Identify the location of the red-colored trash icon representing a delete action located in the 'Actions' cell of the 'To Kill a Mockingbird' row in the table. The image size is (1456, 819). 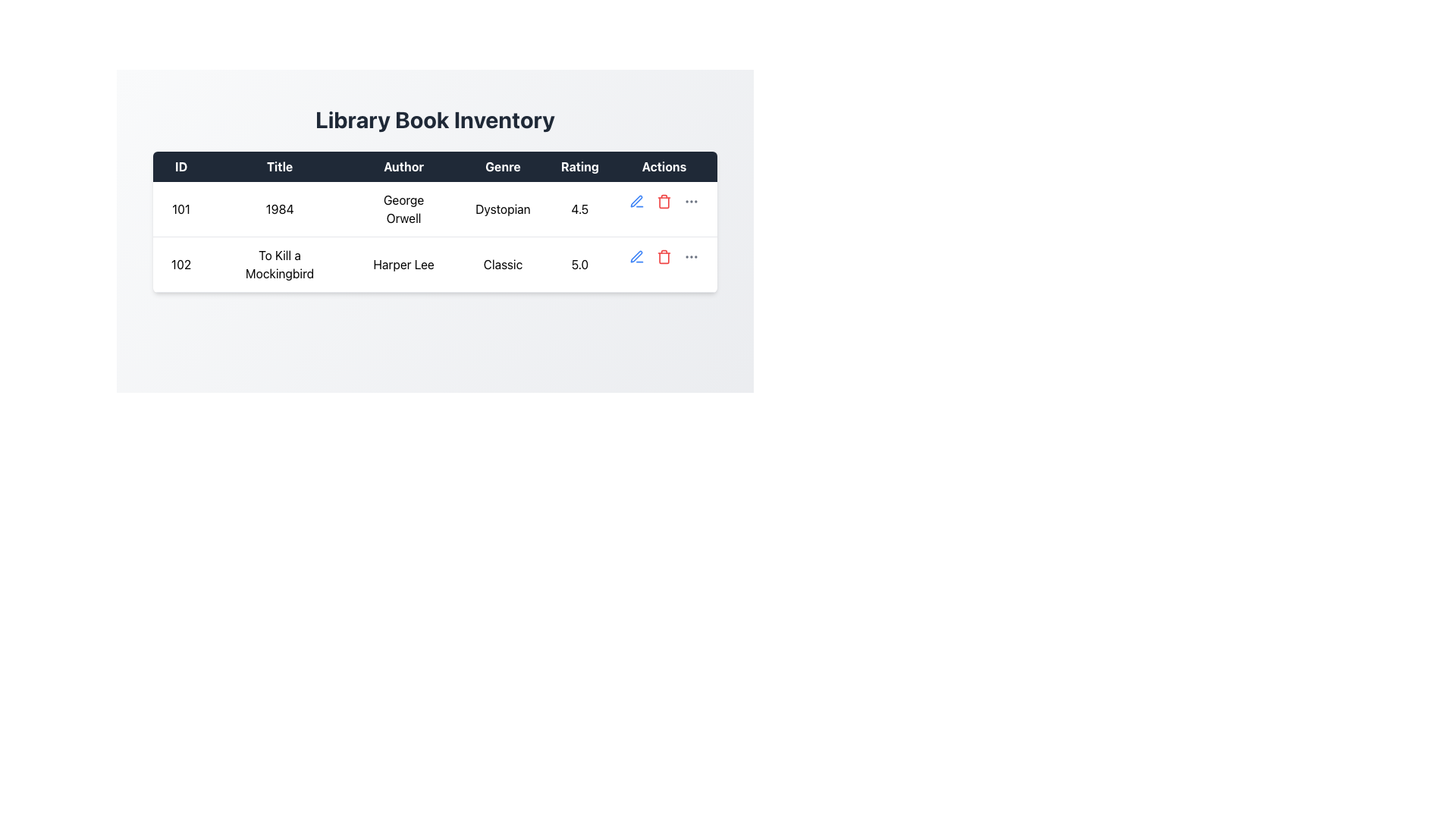
(664, 254).